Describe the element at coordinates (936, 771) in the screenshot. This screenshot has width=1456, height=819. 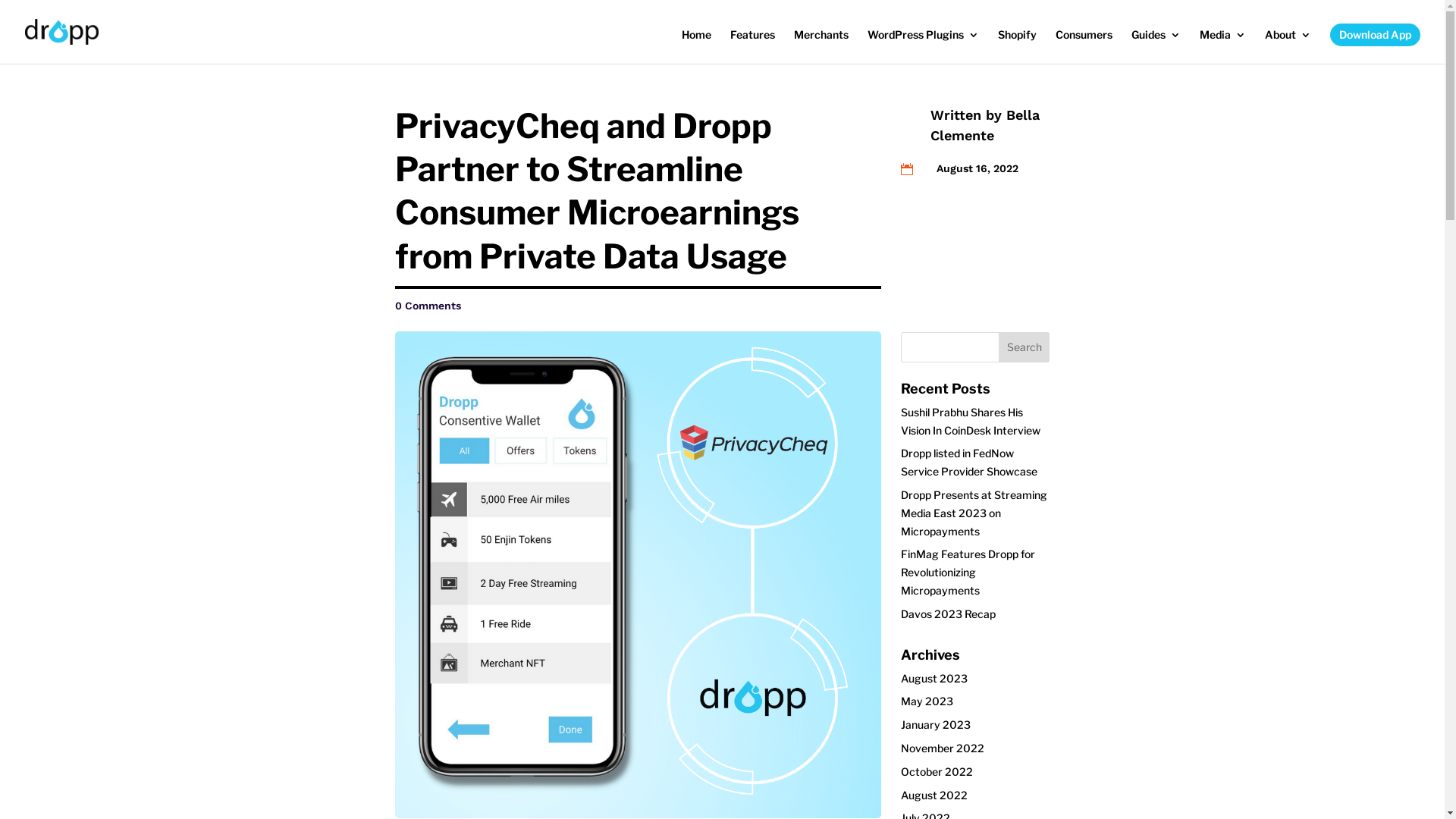
I see `'October 2022'` at that location.